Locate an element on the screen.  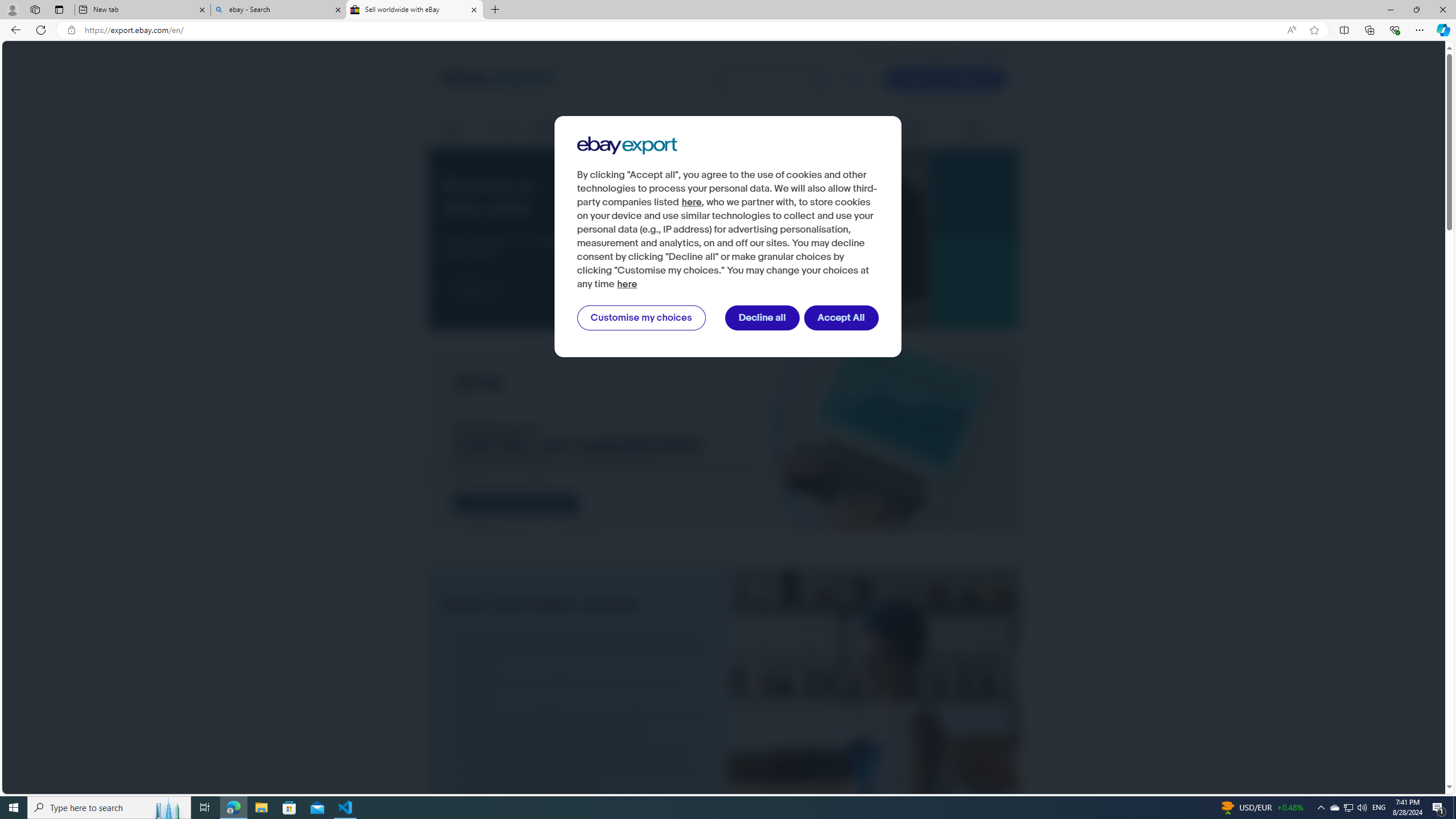
'Class: header__logo' is located at coordinates (498, 78).